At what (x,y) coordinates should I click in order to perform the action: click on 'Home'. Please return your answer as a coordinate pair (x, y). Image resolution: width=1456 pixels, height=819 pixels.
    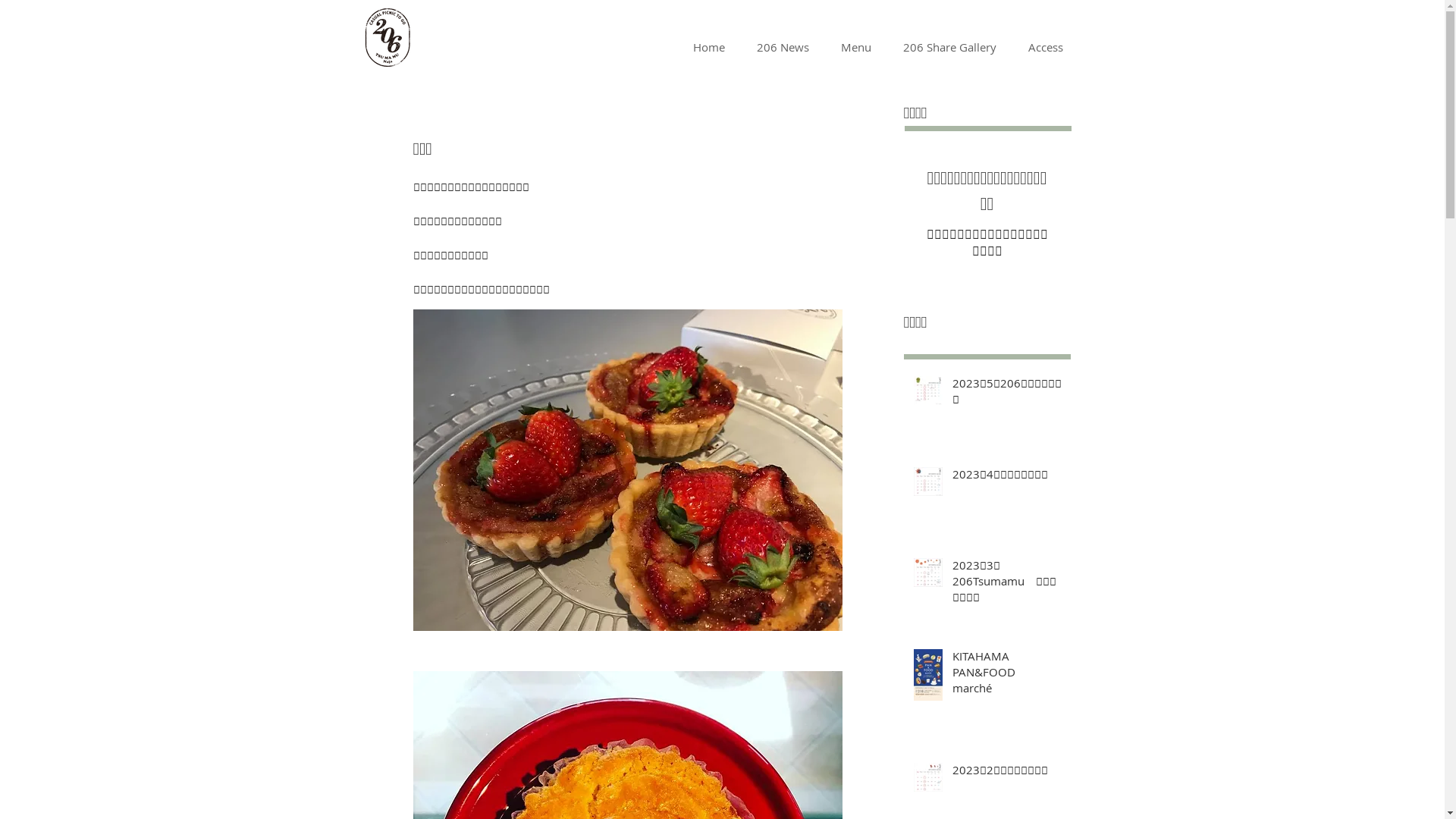
    Looking at the image, I should click on (708, 45).